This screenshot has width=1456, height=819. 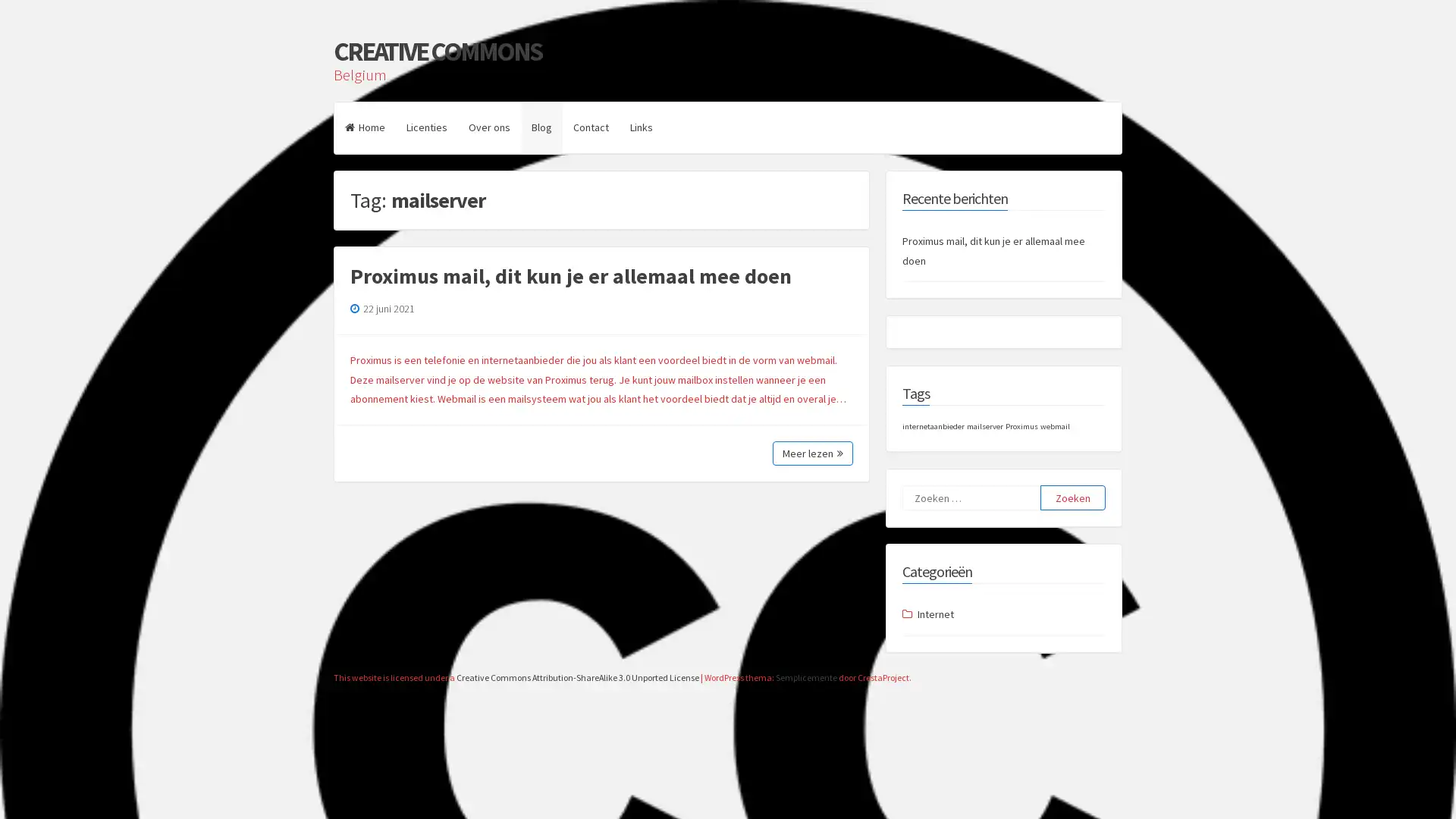 What do you see at coordinates (1072, 497) in the screenshot?
I see `Zoeken` at bounding box center [1072, 497].